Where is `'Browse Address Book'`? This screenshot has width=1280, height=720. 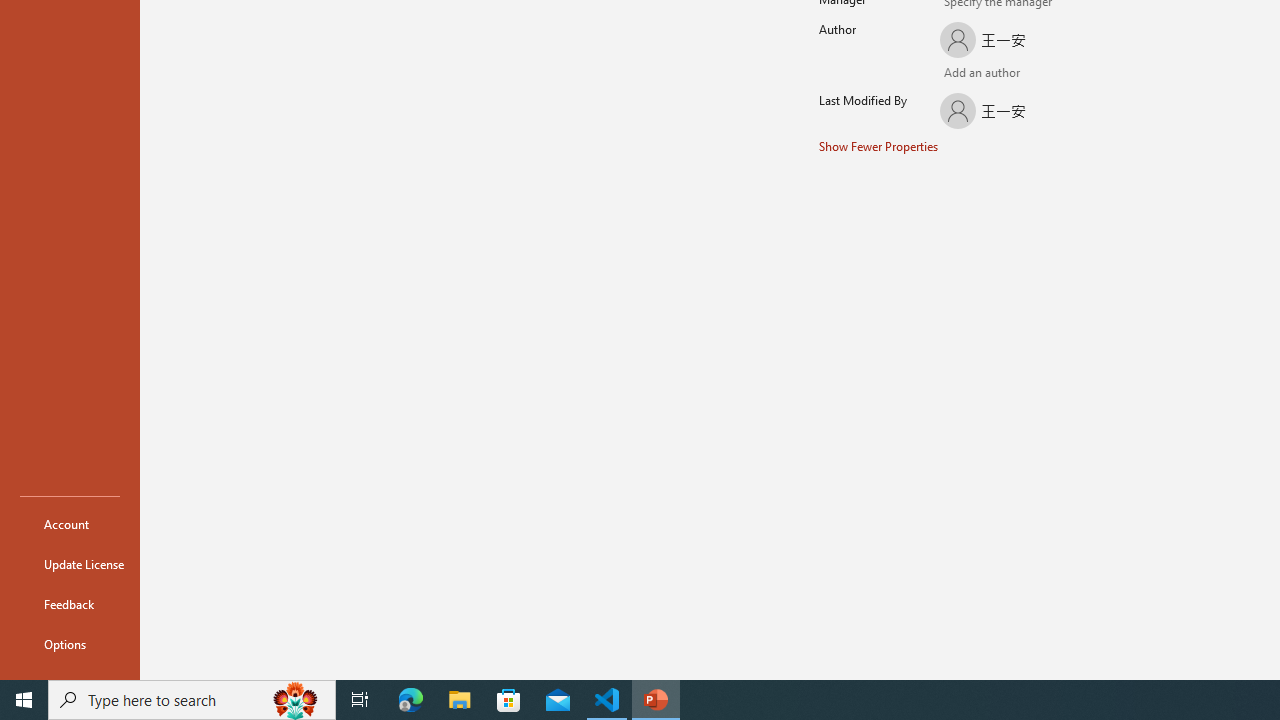
'Browse Address Book' is located at coordinates (1046, 74).